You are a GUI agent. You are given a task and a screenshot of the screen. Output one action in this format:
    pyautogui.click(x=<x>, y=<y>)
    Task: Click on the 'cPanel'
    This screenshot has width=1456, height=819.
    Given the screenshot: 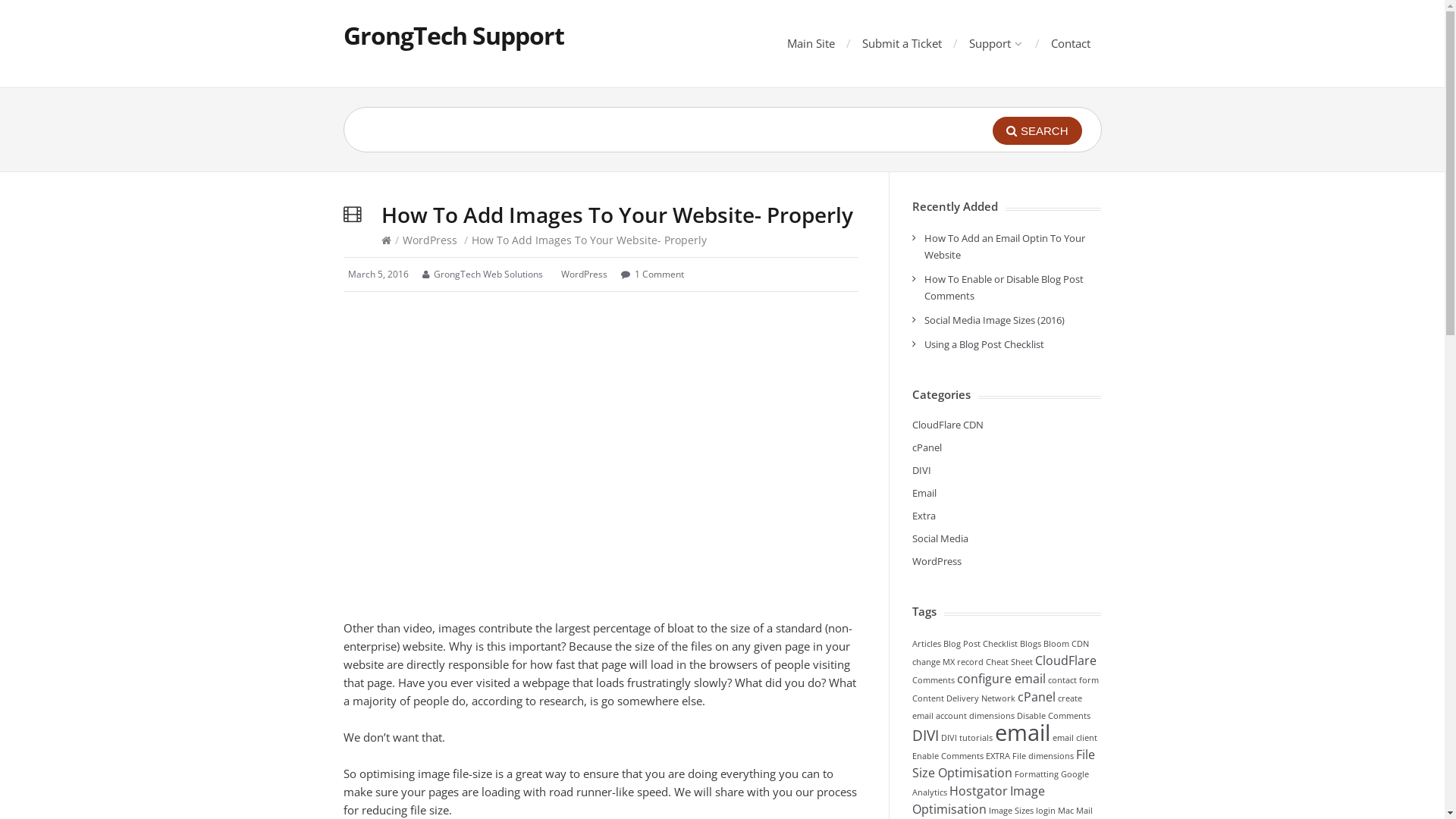 What is the action you would take?
    pyautogui.click(x=1036, y=696)
    